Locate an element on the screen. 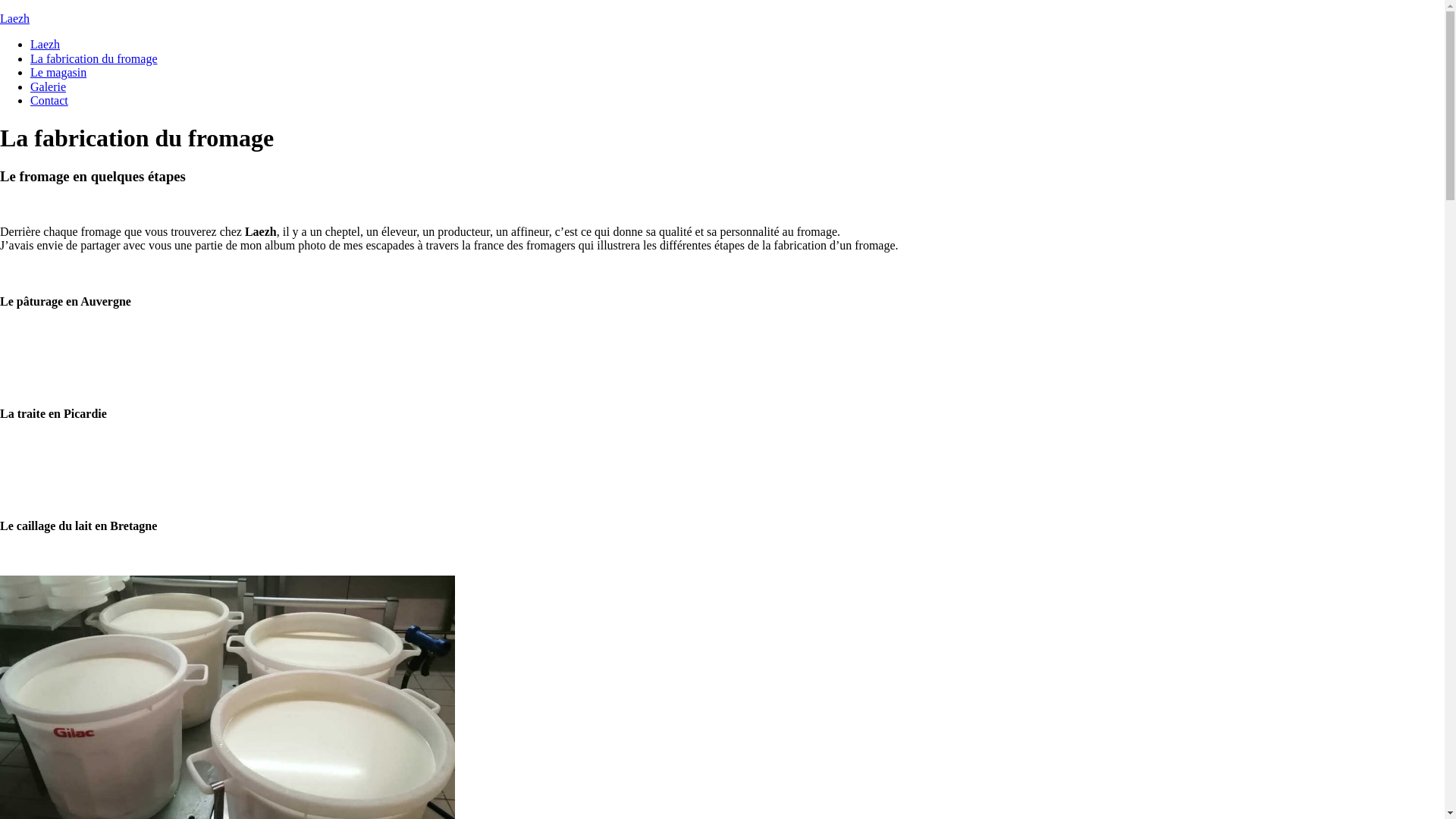 The height and width of the screenshot is (819, 1456). 'Laezh' is located at coordinates (45, 43).